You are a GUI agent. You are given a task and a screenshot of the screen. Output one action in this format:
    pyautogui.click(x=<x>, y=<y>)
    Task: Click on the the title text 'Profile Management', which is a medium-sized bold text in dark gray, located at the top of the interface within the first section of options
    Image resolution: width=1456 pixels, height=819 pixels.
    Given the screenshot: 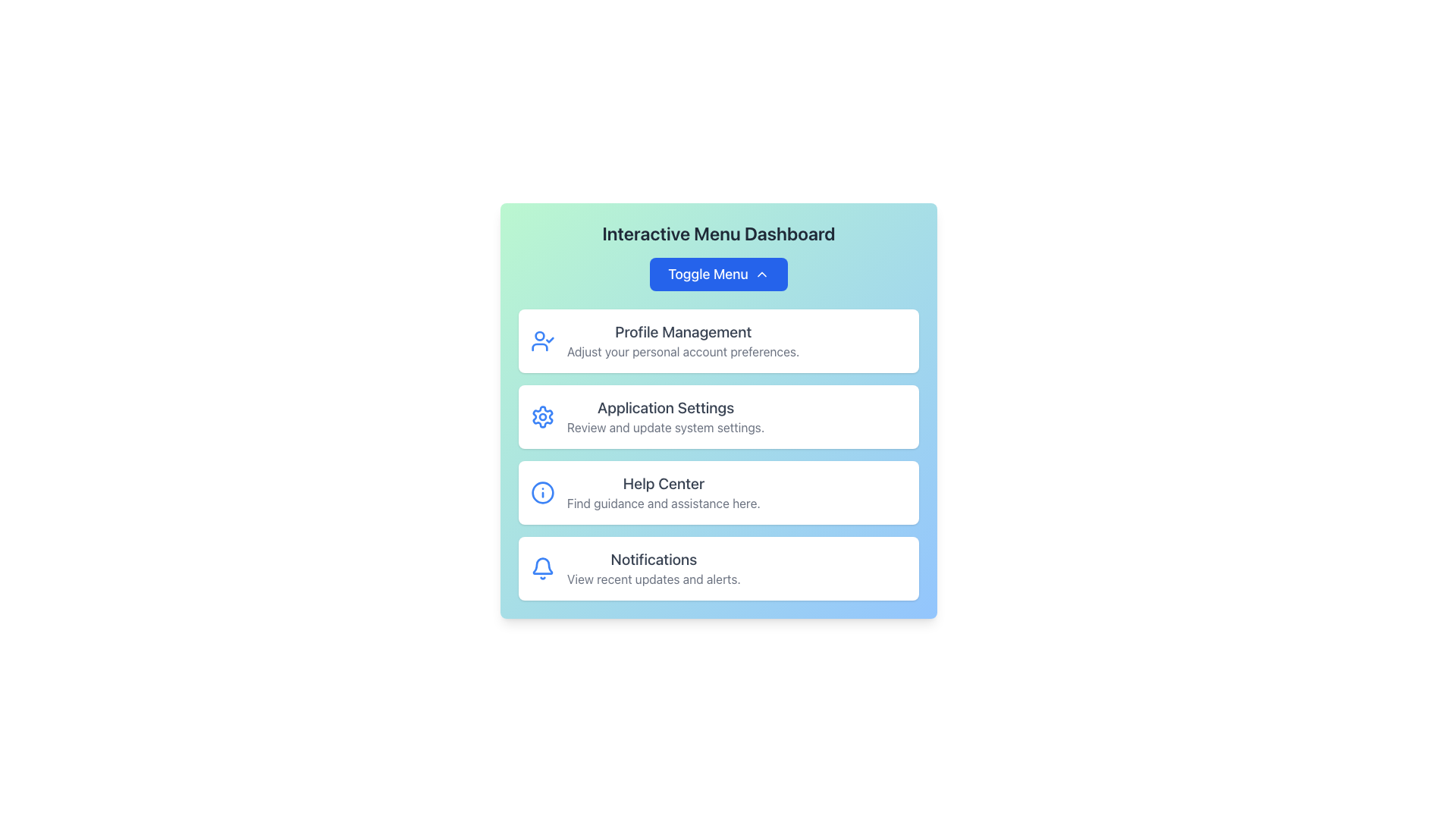 What is the action you would take?
    pyautogui.click(x=682, y=331)
    